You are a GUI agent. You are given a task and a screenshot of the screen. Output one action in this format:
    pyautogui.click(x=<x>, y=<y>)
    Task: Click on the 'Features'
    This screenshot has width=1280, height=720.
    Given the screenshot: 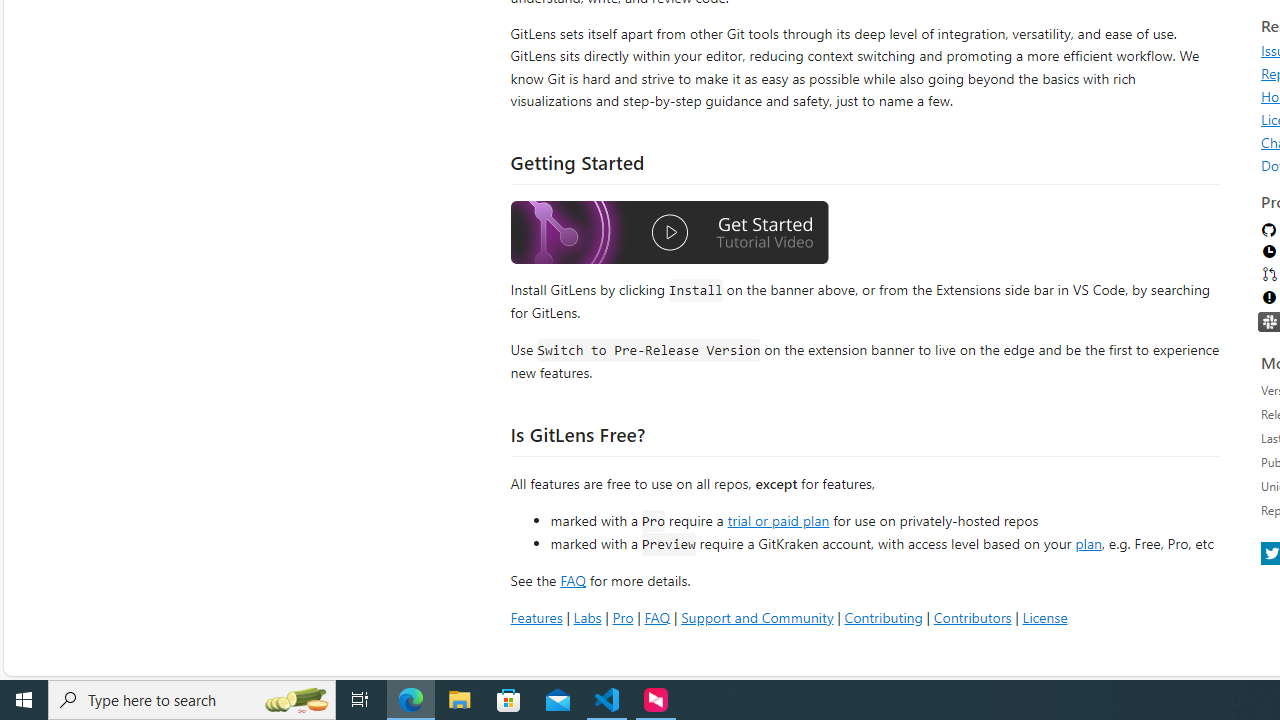 What is the action you would take?
    pyautogui.click(x=536, y=616)
    